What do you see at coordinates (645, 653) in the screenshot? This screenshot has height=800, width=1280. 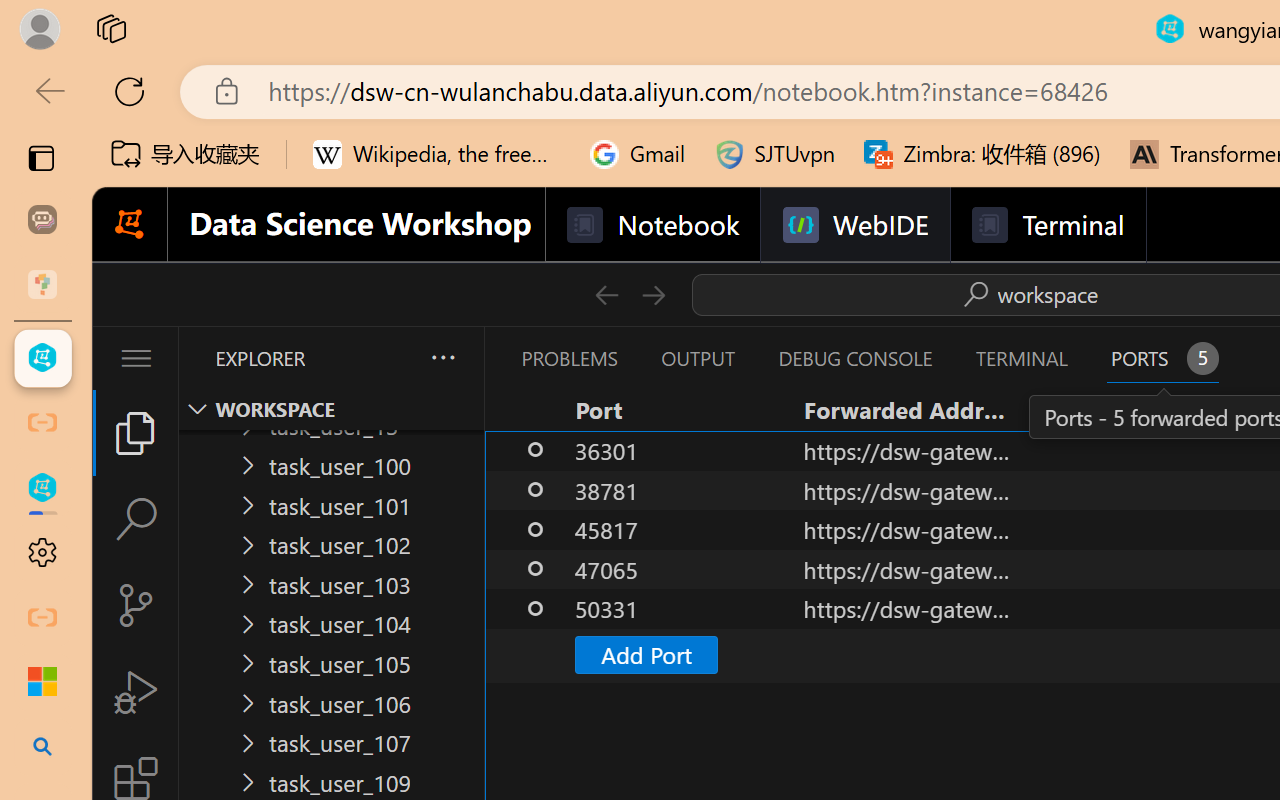 I see `'Add Port'` at bounding box center [645, 653].